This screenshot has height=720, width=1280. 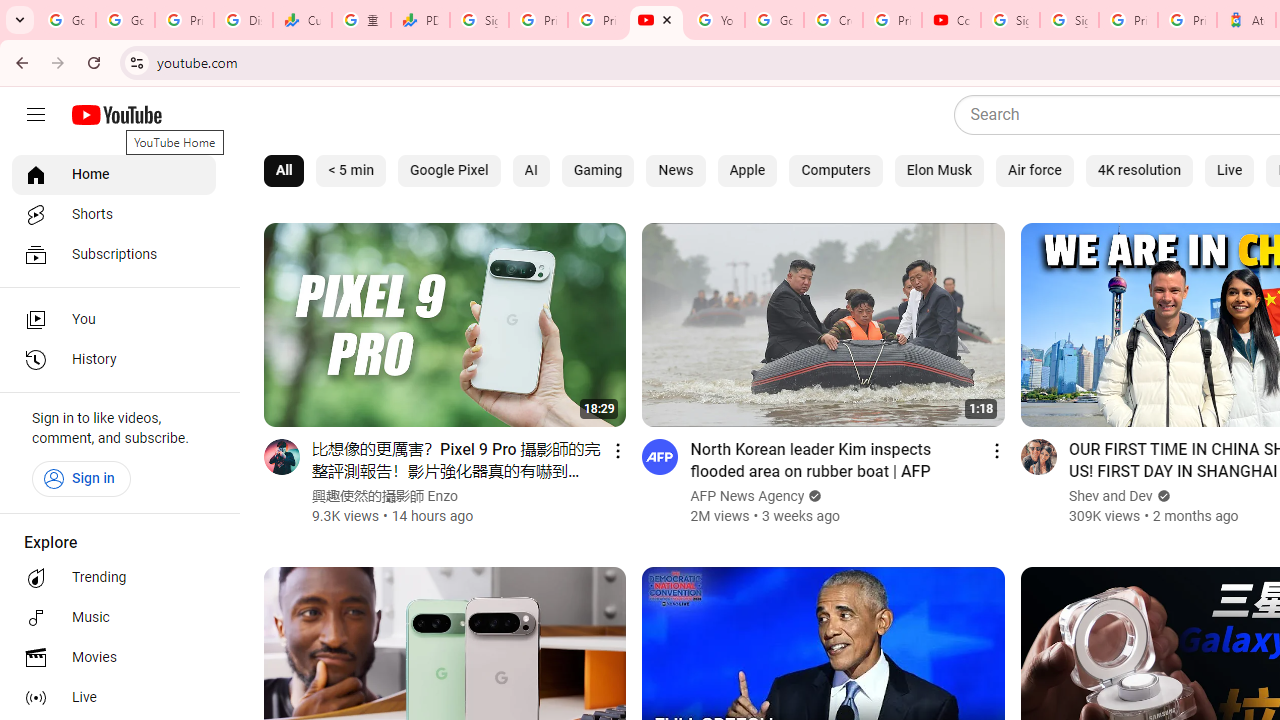 I want to click on 'Air force', so click(x=1034, y=170).